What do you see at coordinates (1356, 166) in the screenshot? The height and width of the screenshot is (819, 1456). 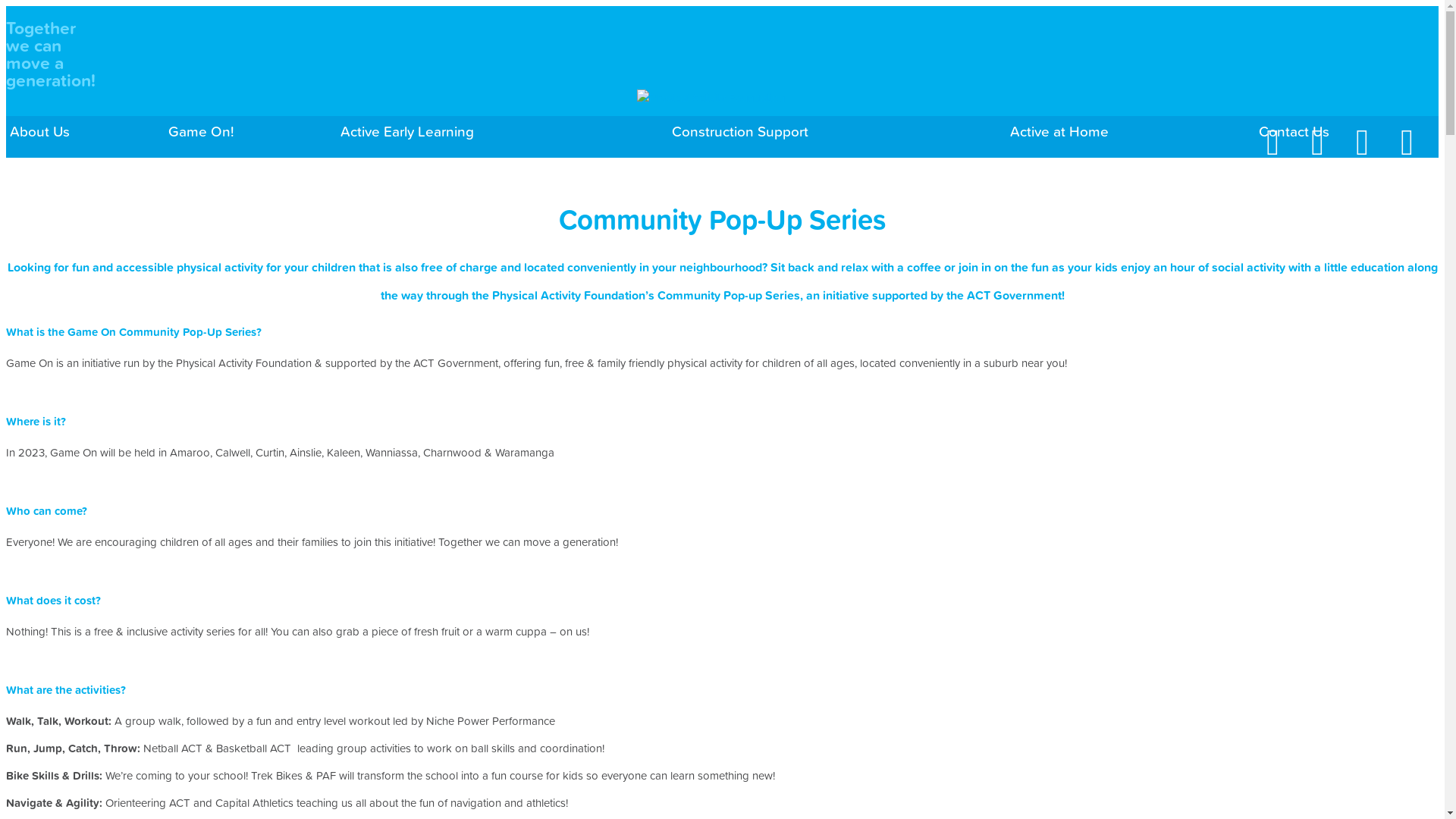 I see `'Vimeo'` at bounding box center [1356, 166].